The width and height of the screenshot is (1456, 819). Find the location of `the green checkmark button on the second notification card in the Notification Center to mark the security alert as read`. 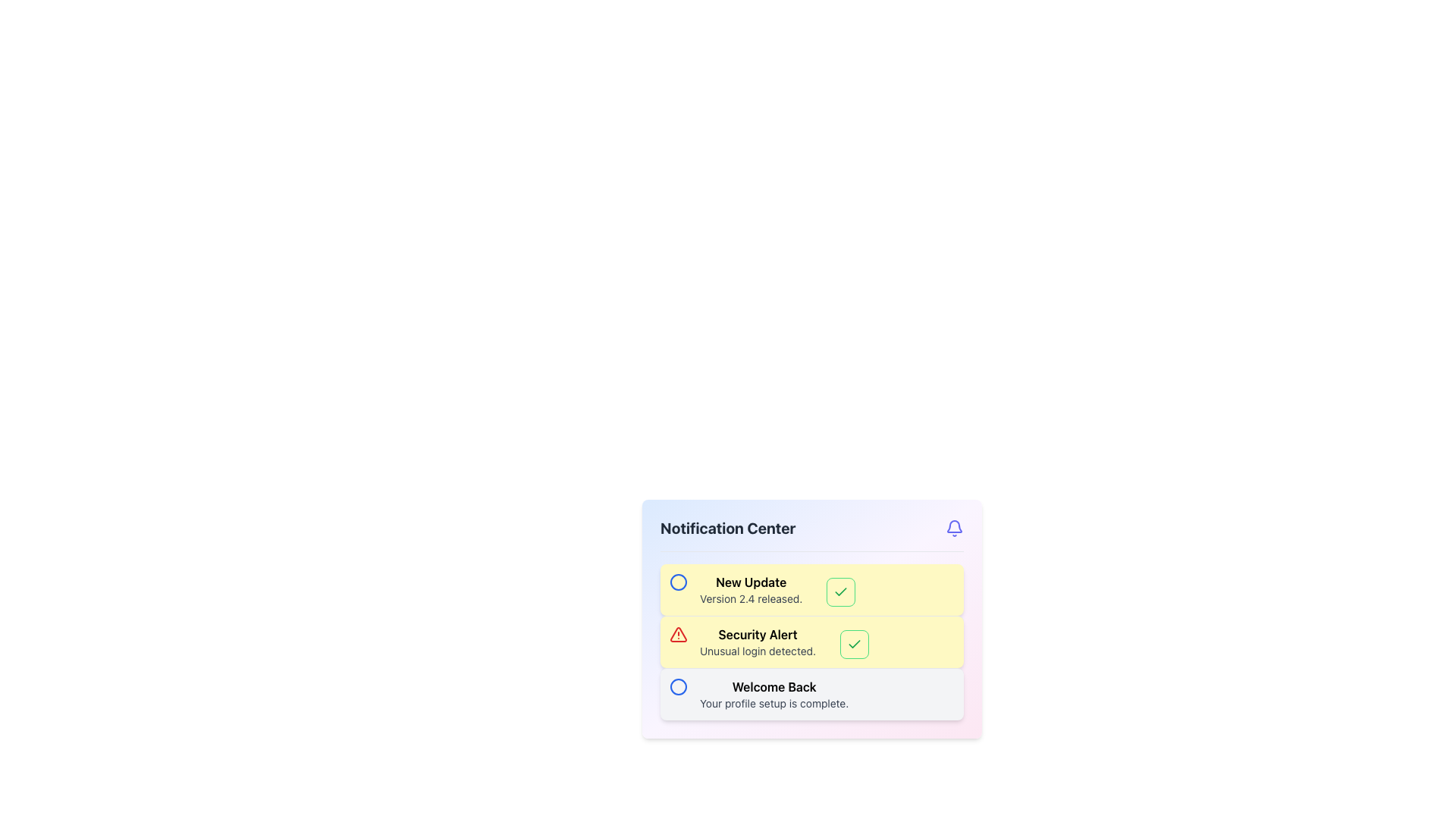

the green checkmark button on the second notification card in the Notification Center to mark the security alert as read is located at coordinates (811, 641).